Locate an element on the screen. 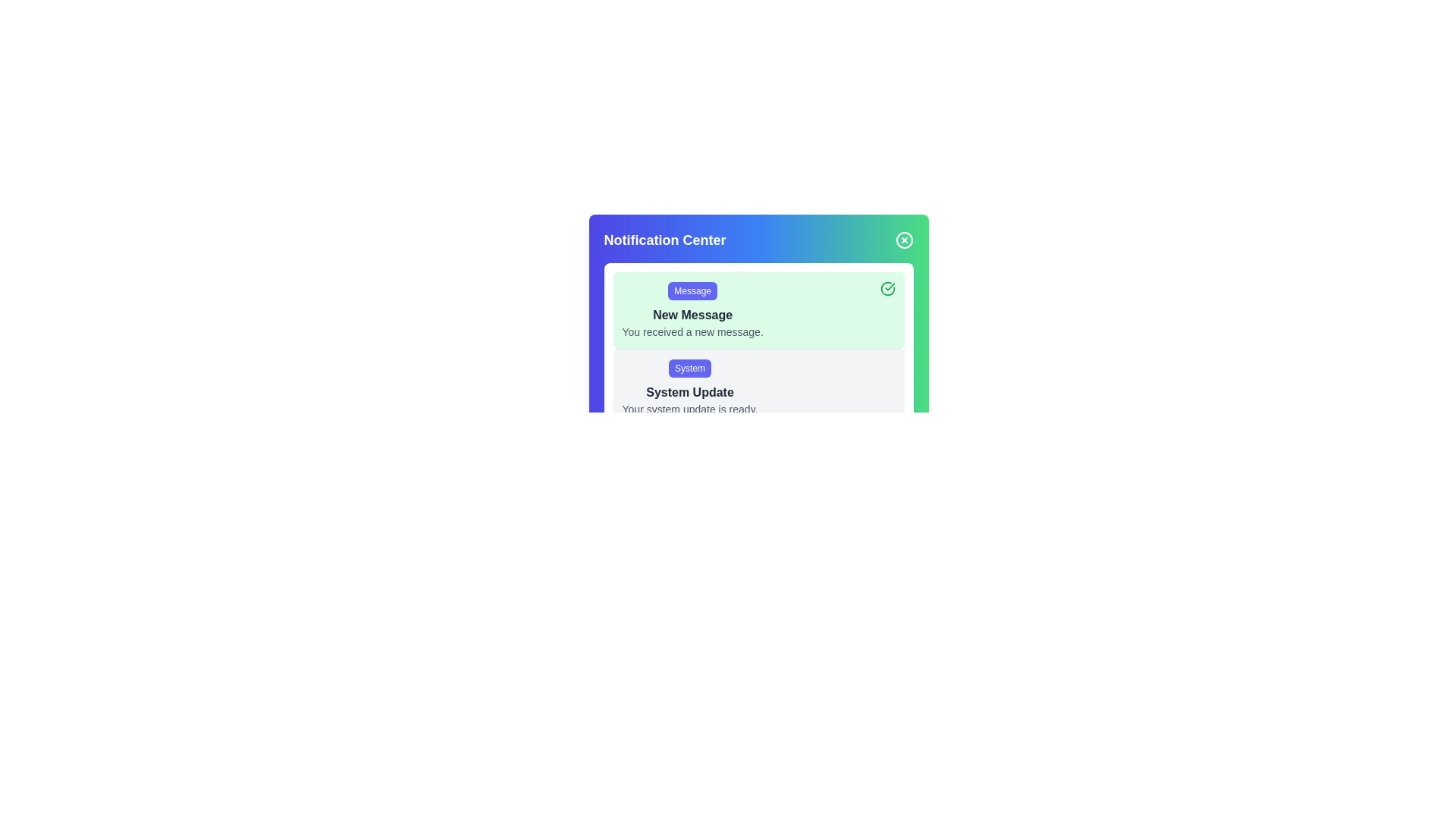 Image resolution: width=1456 pixels, height=819 pixels. the bold text label displaying 'Notification Center' located in the gradient-colored header area of the notification interface is located at coordinates (665, 239).